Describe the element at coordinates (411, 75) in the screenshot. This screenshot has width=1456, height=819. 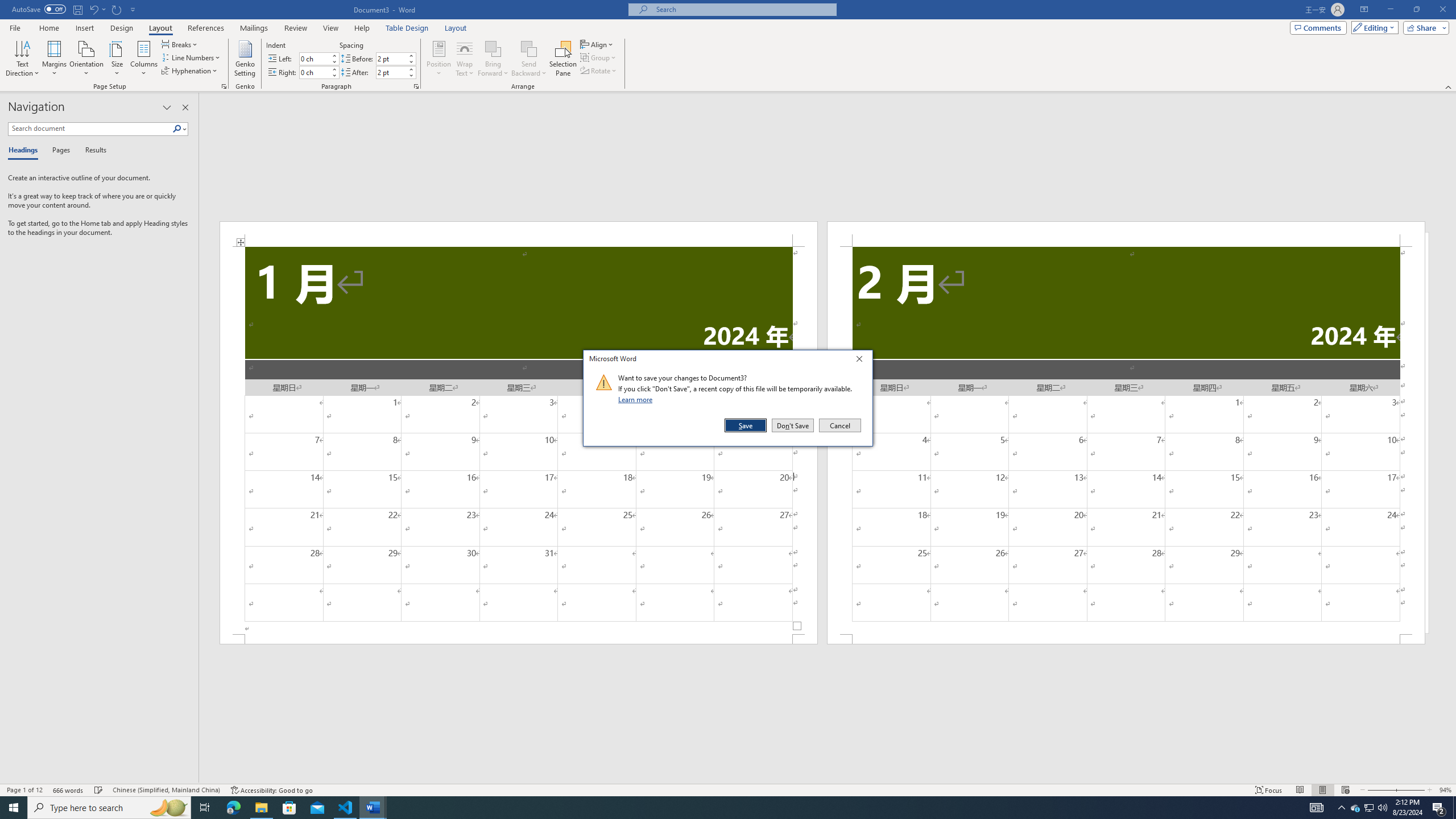
I see `'Less'` at that location.